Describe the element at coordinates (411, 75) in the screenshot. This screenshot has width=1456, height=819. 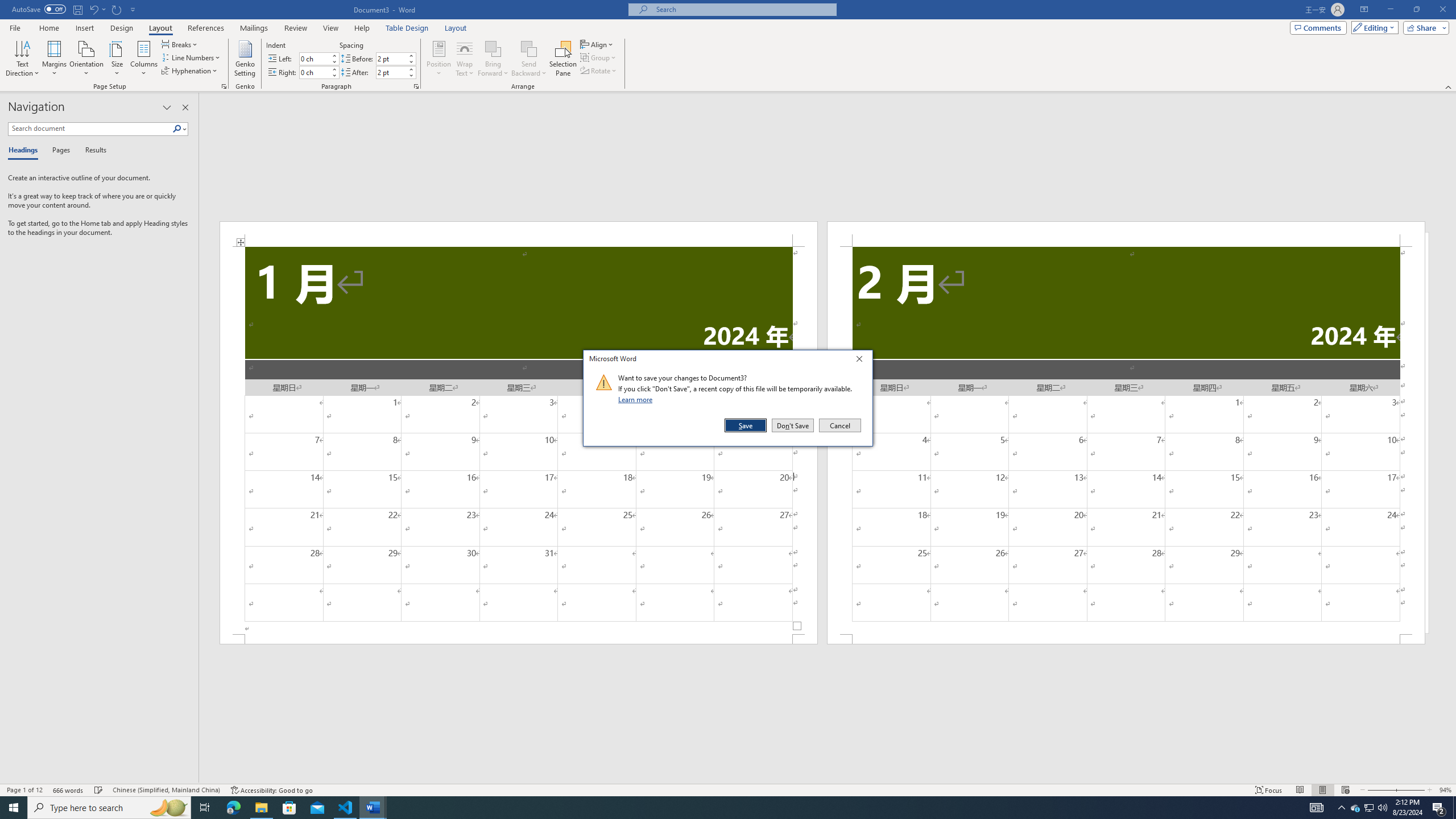
I see `'Less'` at that location.